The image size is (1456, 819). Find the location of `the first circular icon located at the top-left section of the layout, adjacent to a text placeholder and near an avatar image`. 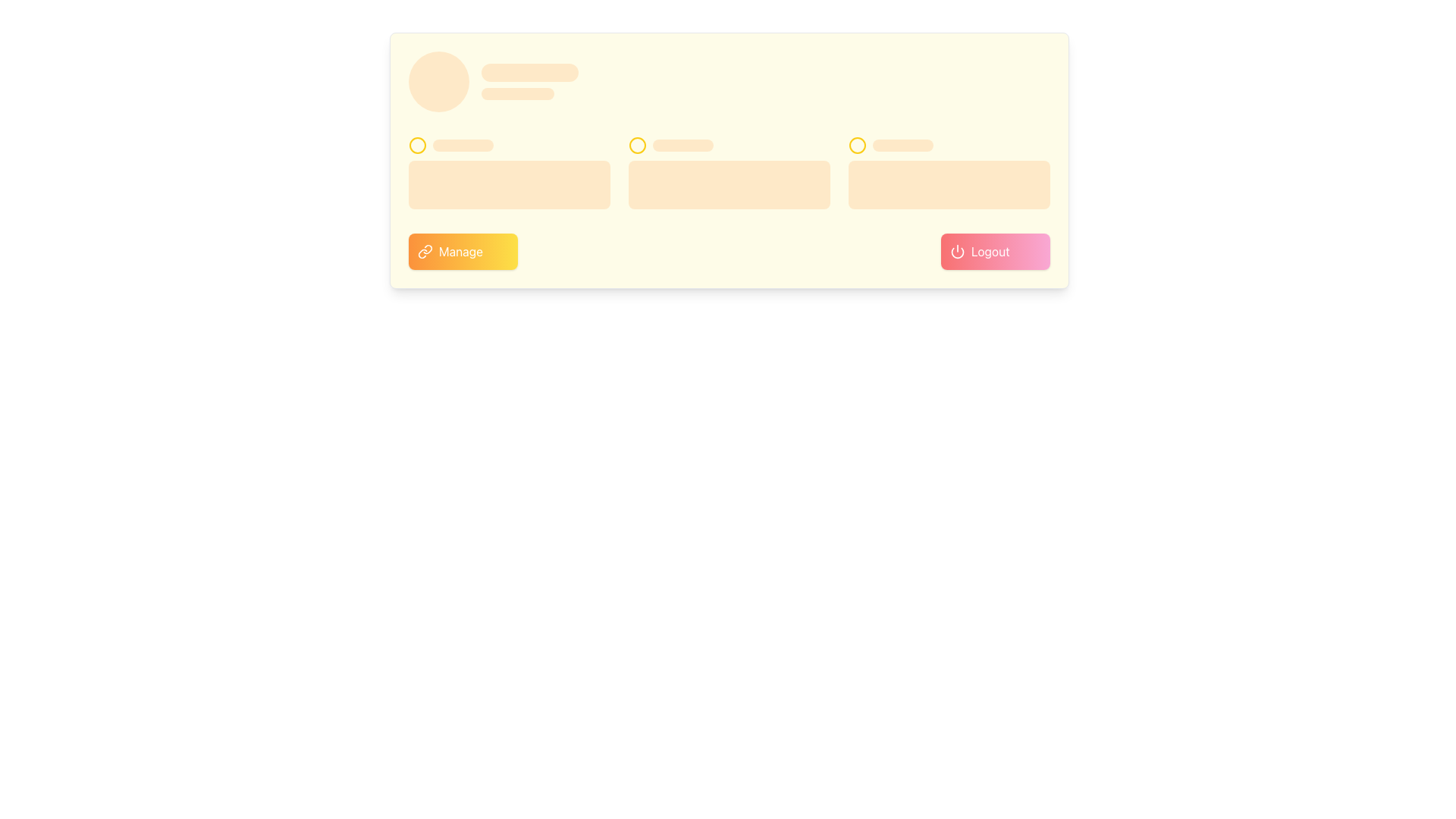

the first circular icon located at the top-left section of the layout, adjacent to a text placeholder and near an avatar image is located at coordinates (418, 146).